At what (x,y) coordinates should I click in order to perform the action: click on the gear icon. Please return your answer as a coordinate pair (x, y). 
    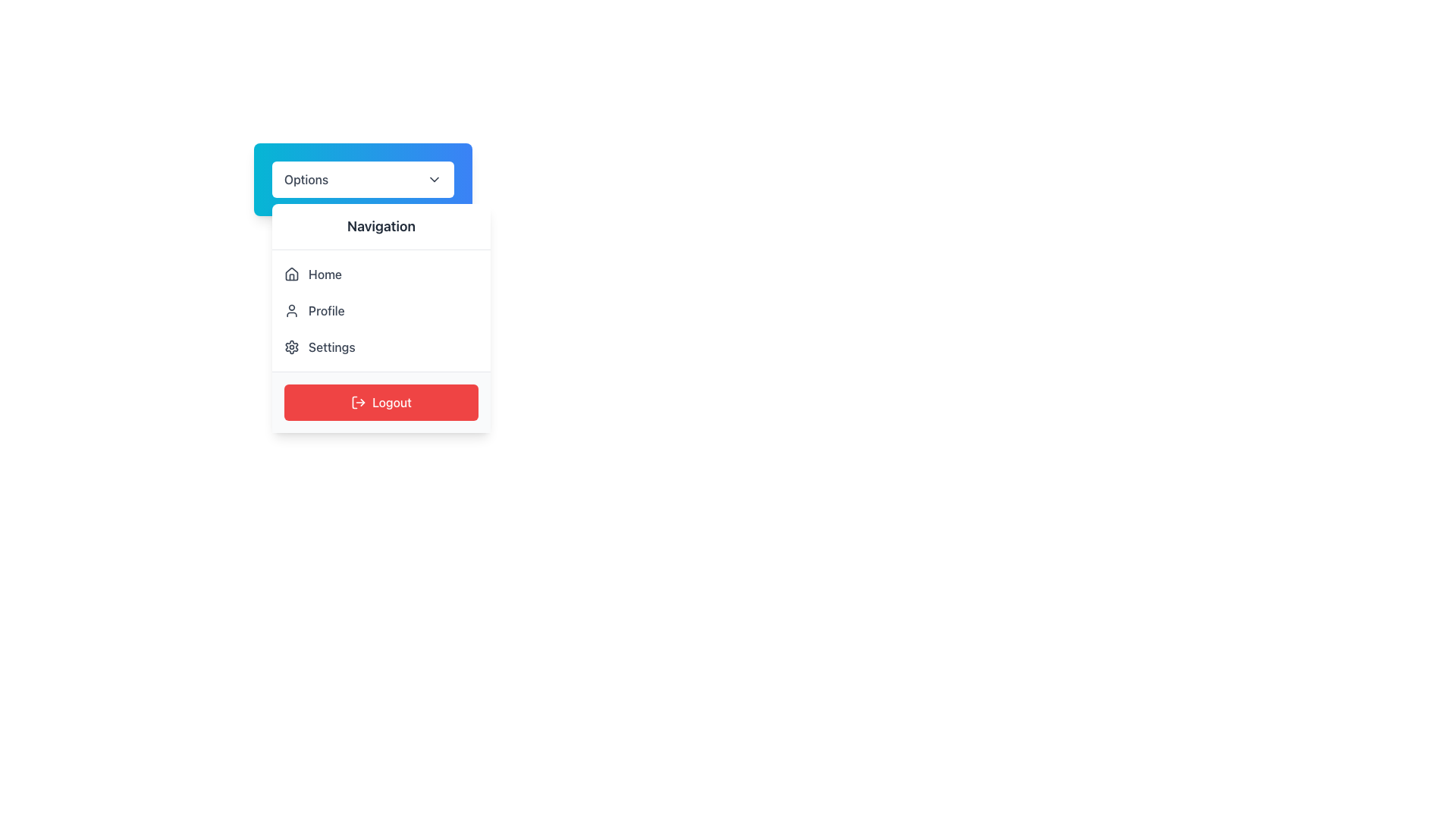
    Looking at the image, I should click on (291, 347).